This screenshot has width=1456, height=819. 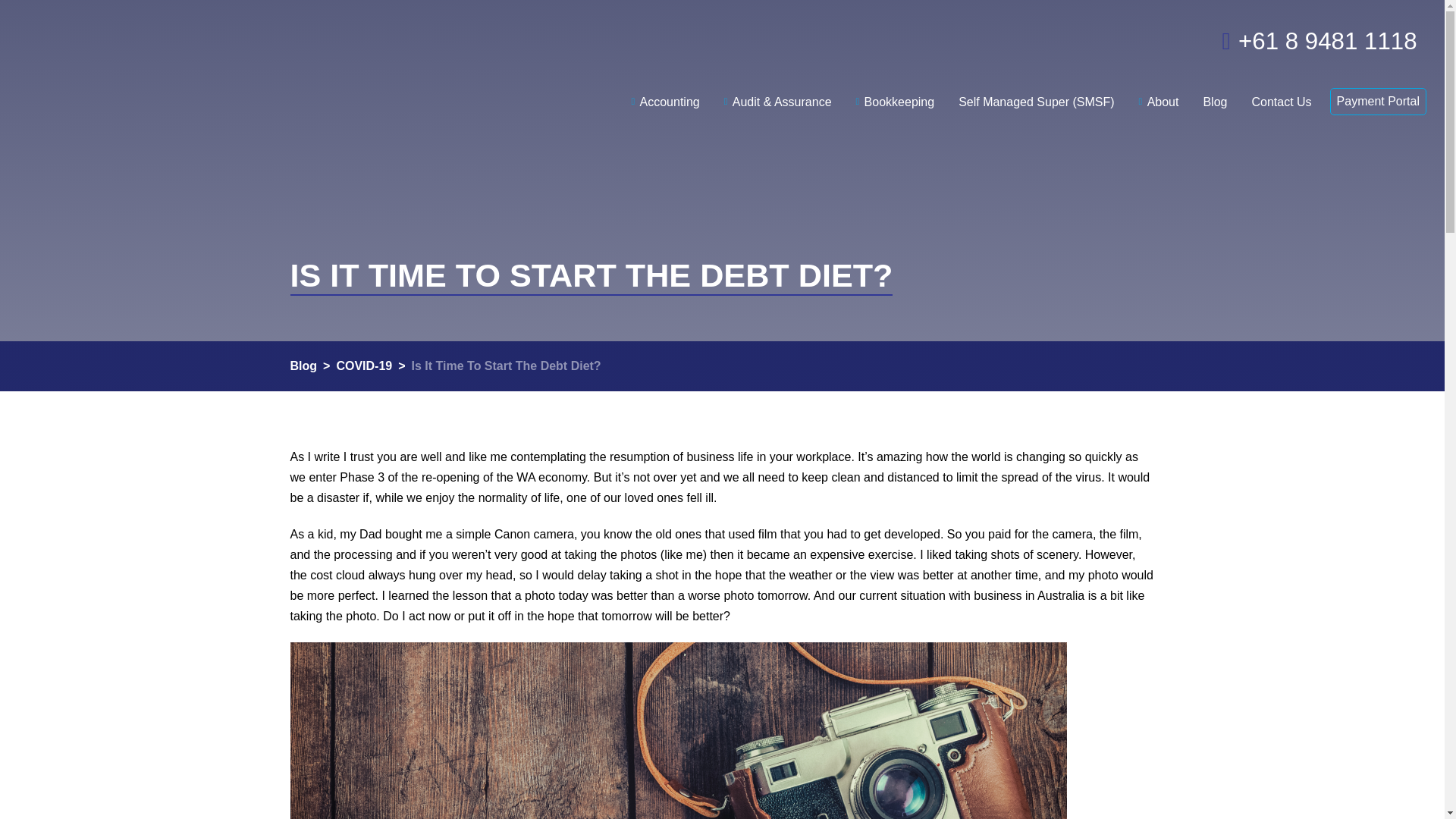 What do you see at coordinates (1158, 90) in the screenshot?
I see `'About'` at bounding box center [1158, 90].